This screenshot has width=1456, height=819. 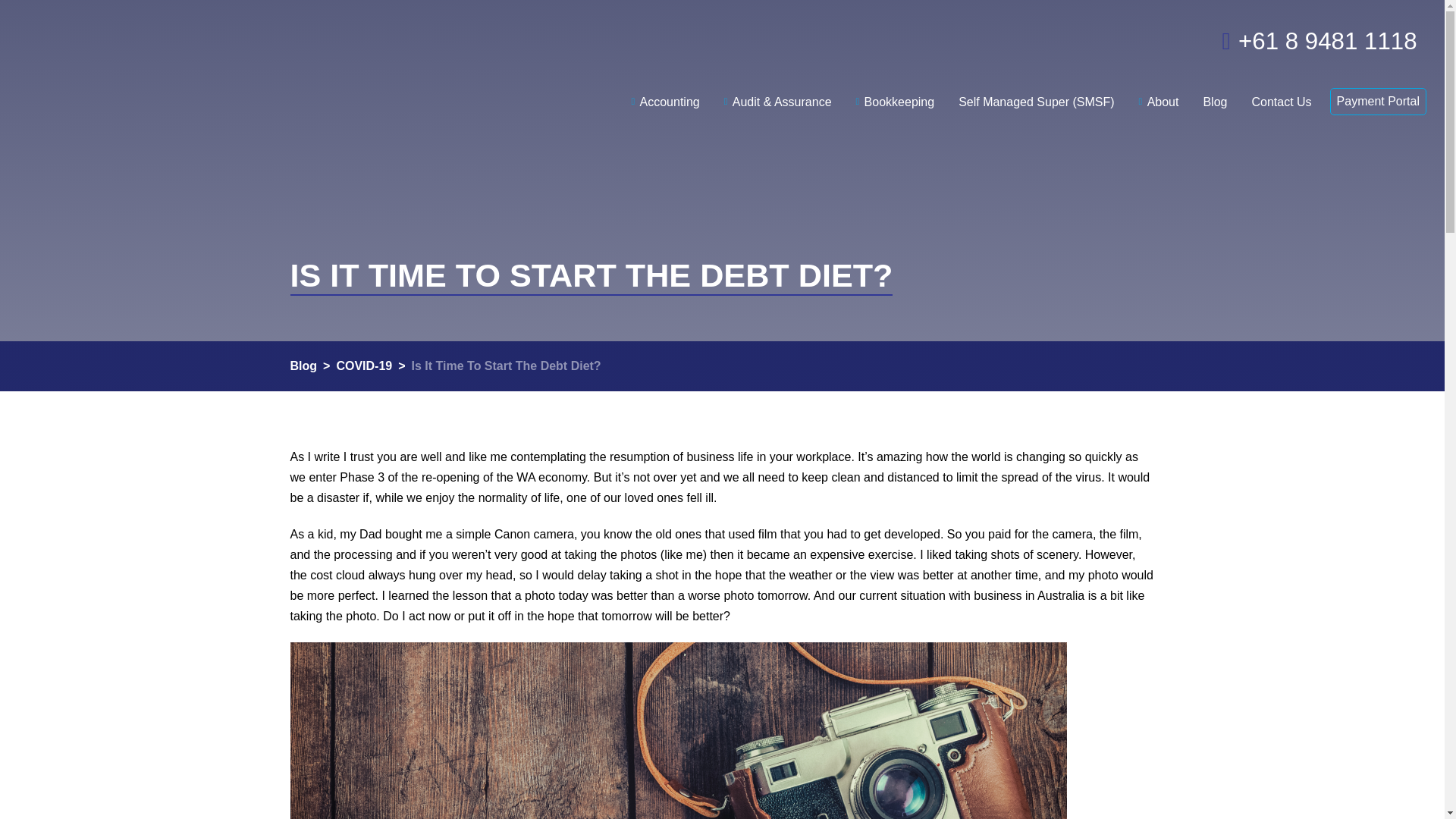 What do you see at coordinates (1158, 90) in the screenshot?
I see `'About'` at bounding box center [1158, 90].